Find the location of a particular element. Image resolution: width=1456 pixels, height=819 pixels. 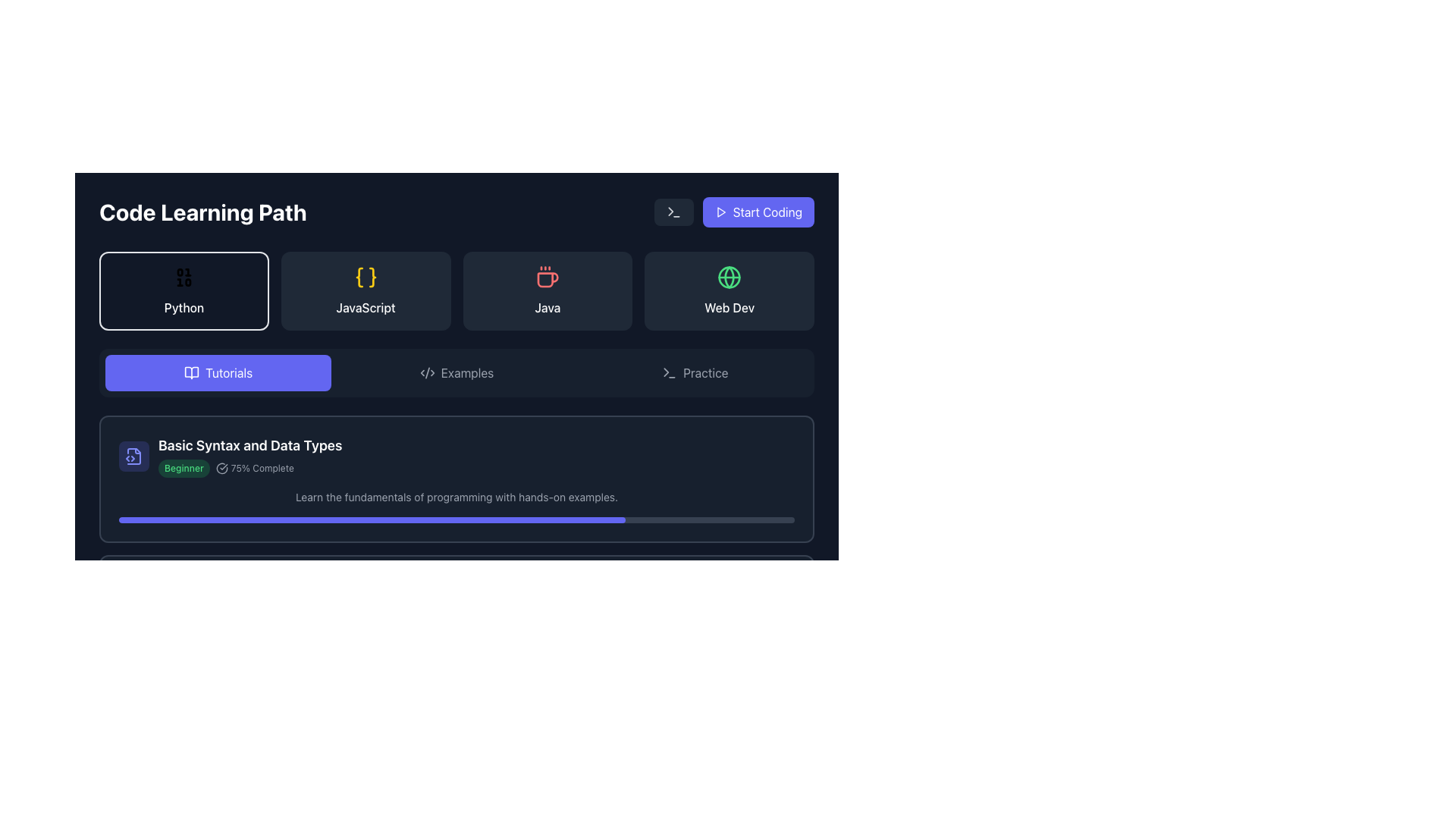

the SVG chevron component of the terminal icon located at the top right corner of the interface, adjacent to the 'Start Coding' button is located at coordinates (670, 212).